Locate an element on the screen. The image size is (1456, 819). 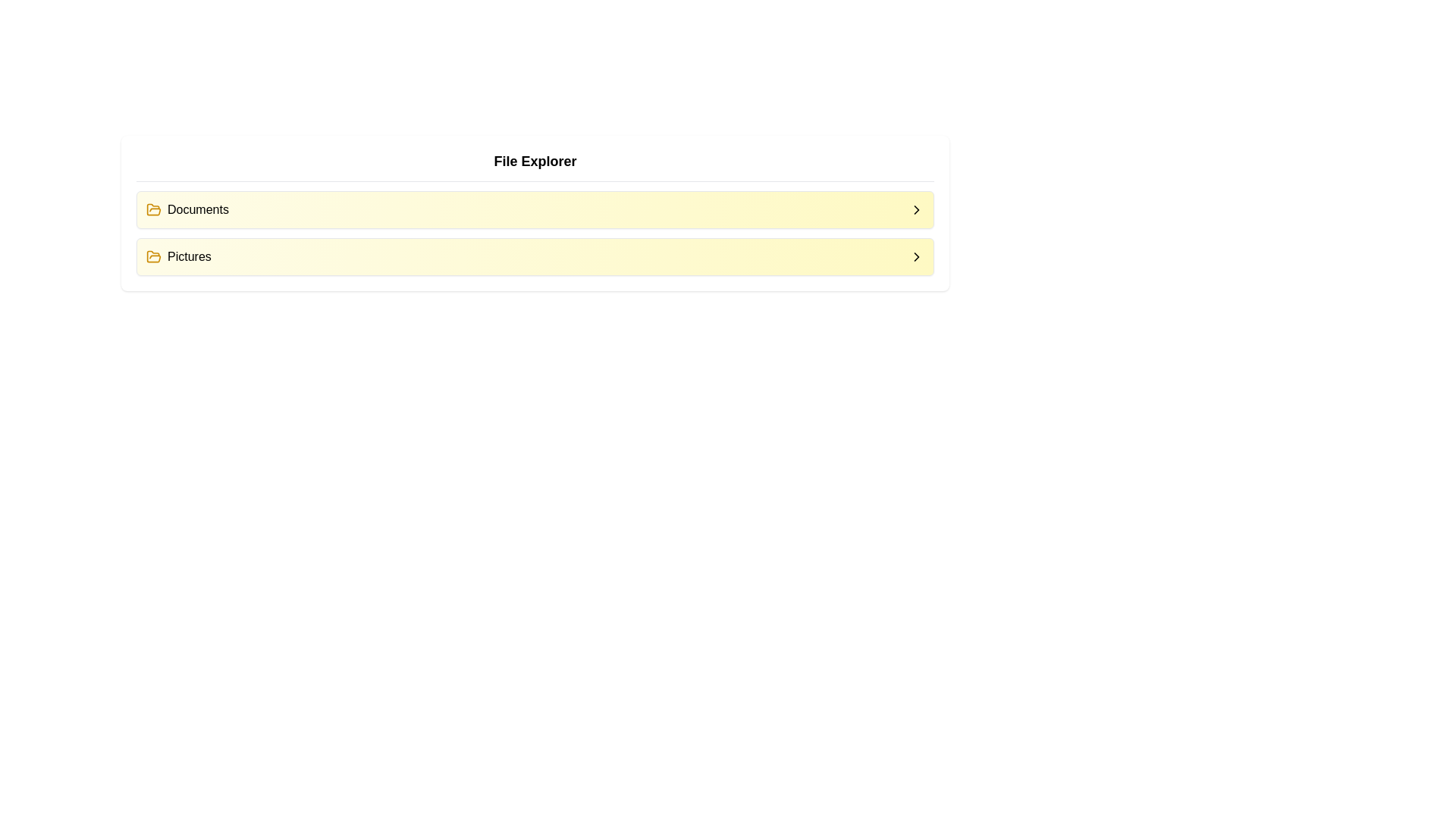
the icon located on the right side of the 'Documents' entry is located at coordinates (916, 210).